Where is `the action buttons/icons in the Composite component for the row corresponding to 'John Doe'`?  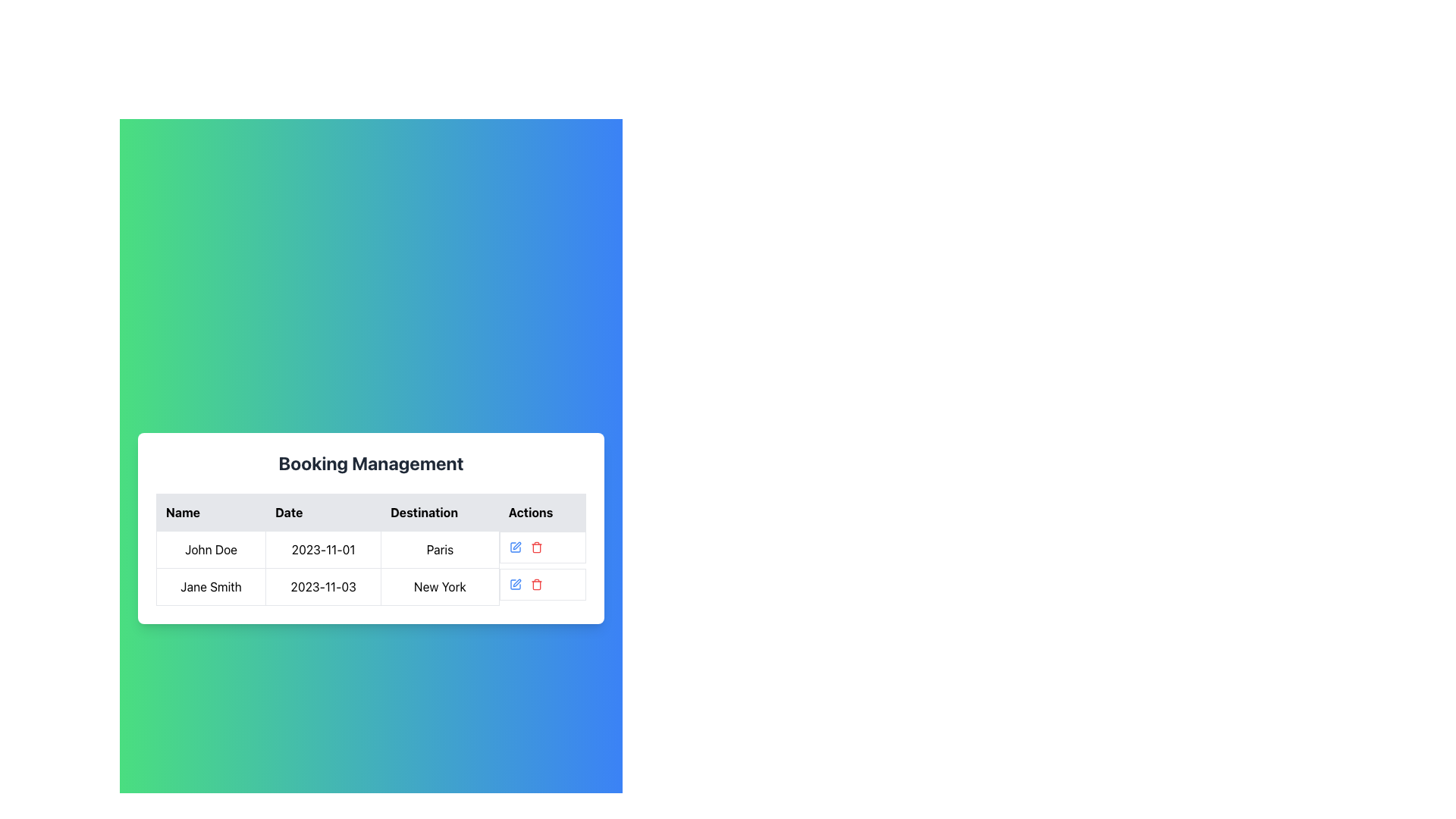
the action buttons/icons in the Composite component for the row corresponding to 'John Doe' is located at coordinates (542, 547).